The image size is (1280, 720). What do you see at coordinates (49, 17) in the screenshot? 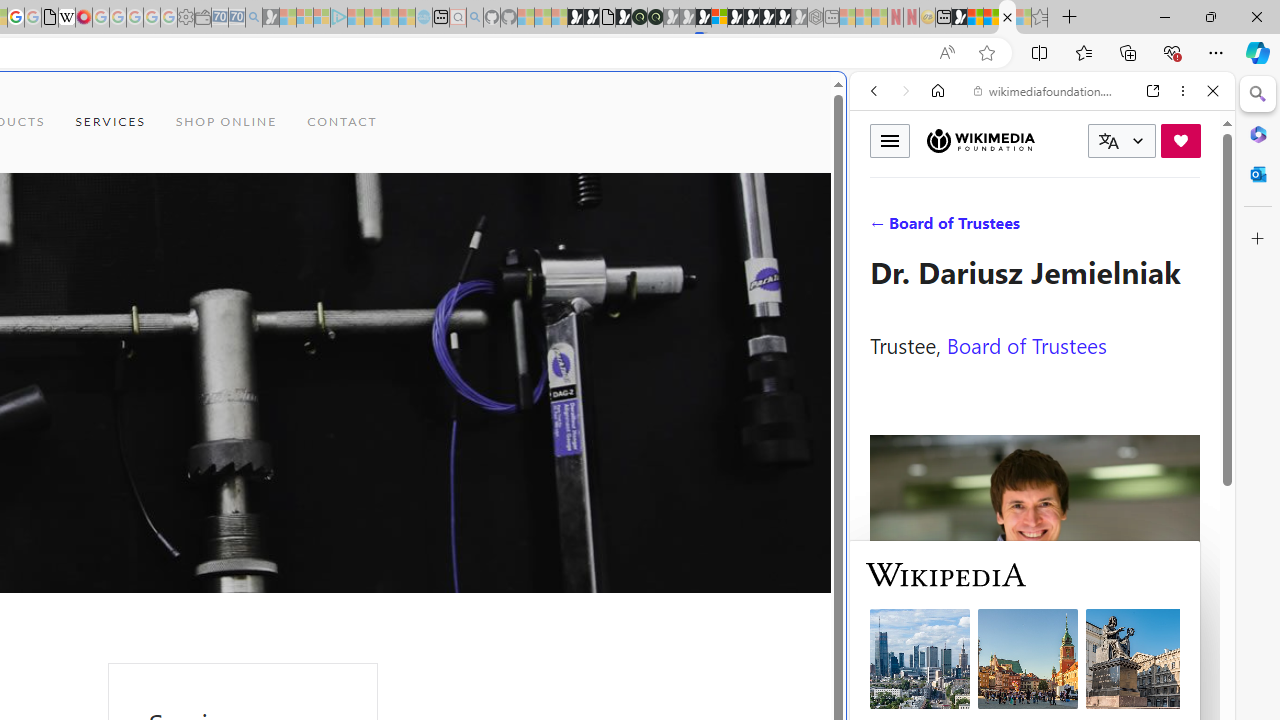
I see `'google_privacy_policy_zh-CN.pdf'` at bounding box center [49, 17].